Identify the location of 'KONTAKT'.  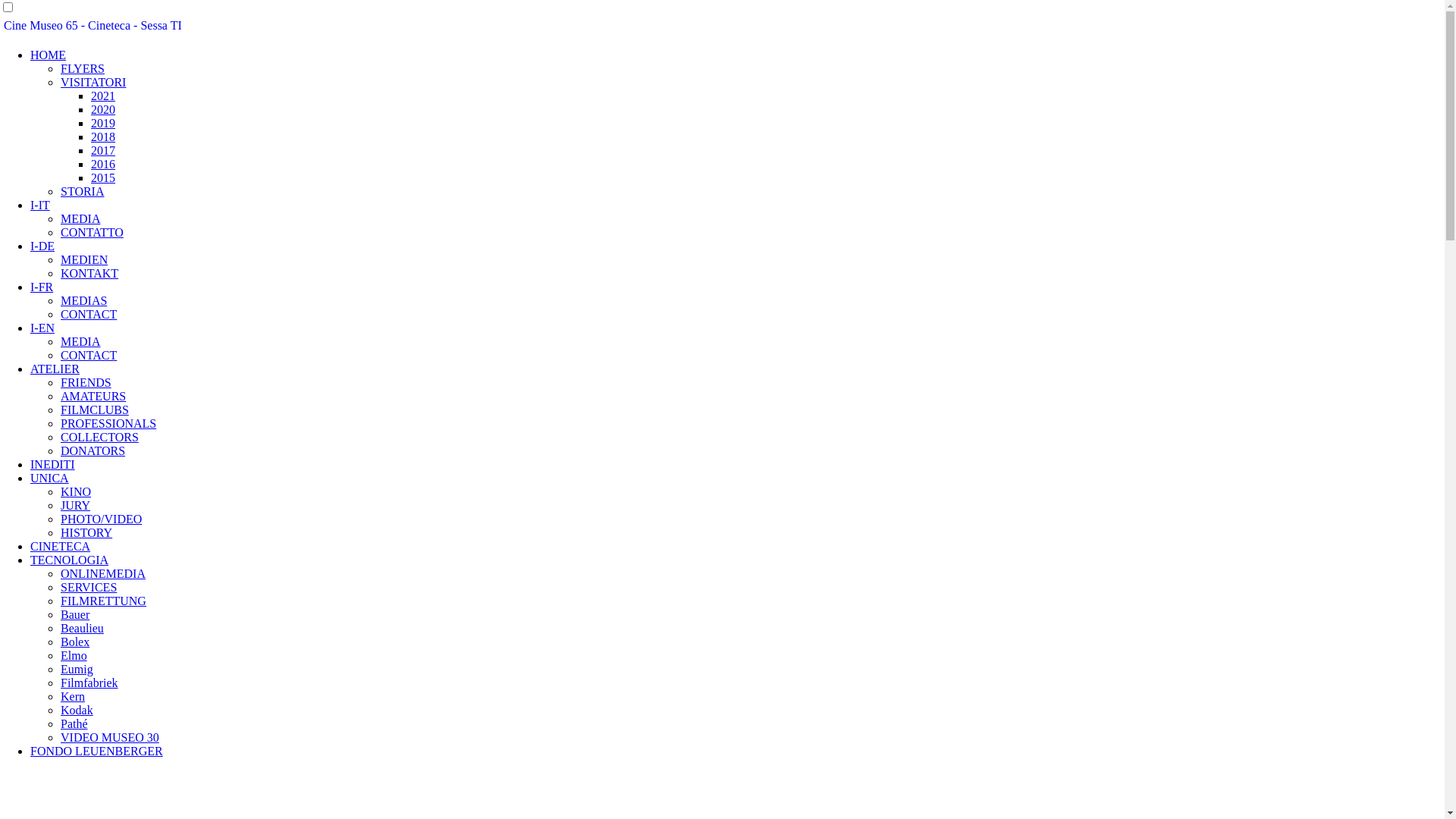
(89, 273).